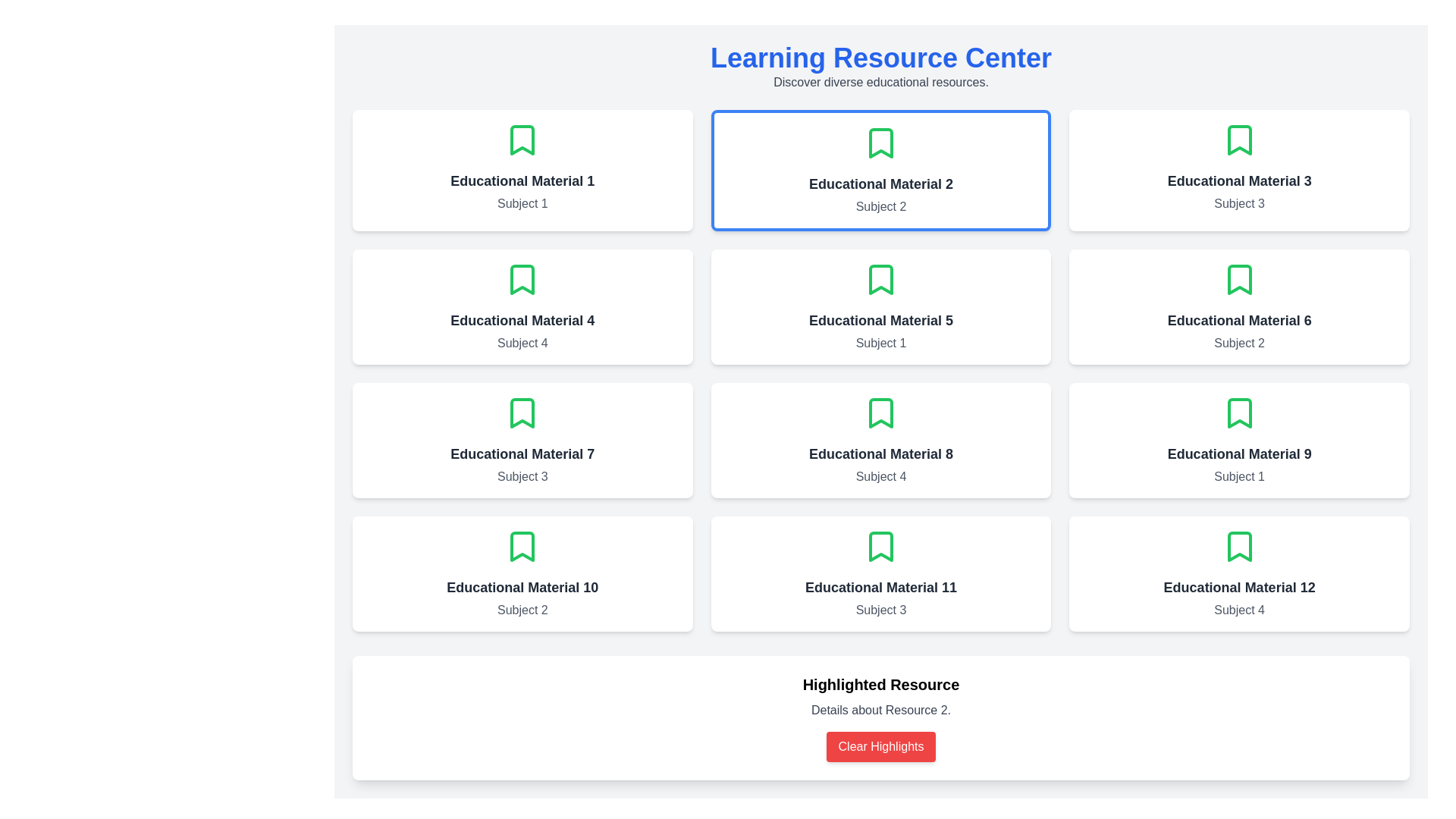 The width and height of the screenshot is (1456, 819). I want to click on the non-interactive text label displaying 'Subject 1' in a medium-sized, gray font, located at the bottom section of the card titled 'Educational Material 1', so click(522, 203).